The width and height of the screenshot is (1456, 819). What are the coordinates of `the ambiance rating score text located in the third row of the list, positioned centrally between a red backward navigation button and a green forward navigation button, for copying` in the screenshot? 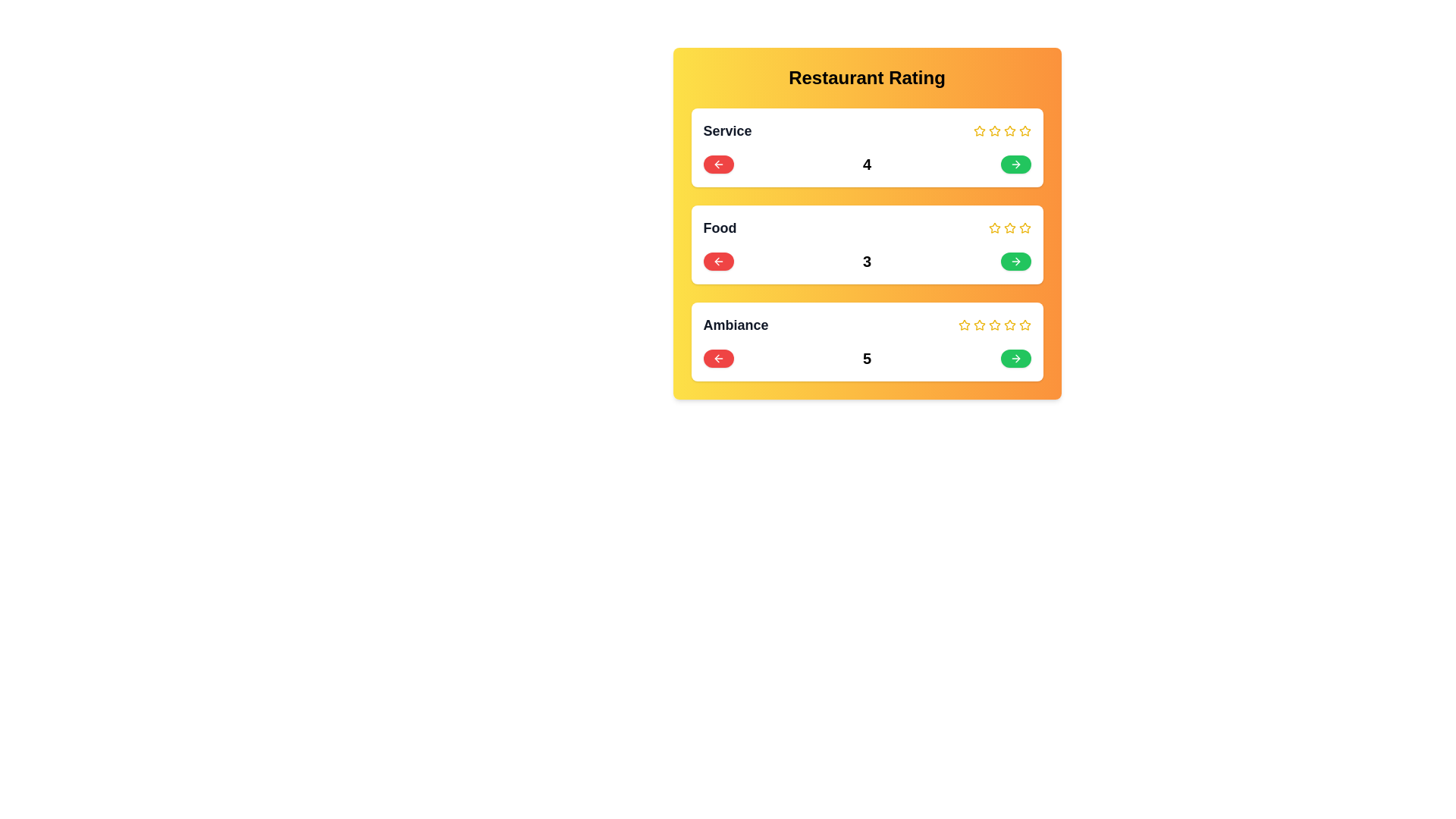 It's located at (867, 359).